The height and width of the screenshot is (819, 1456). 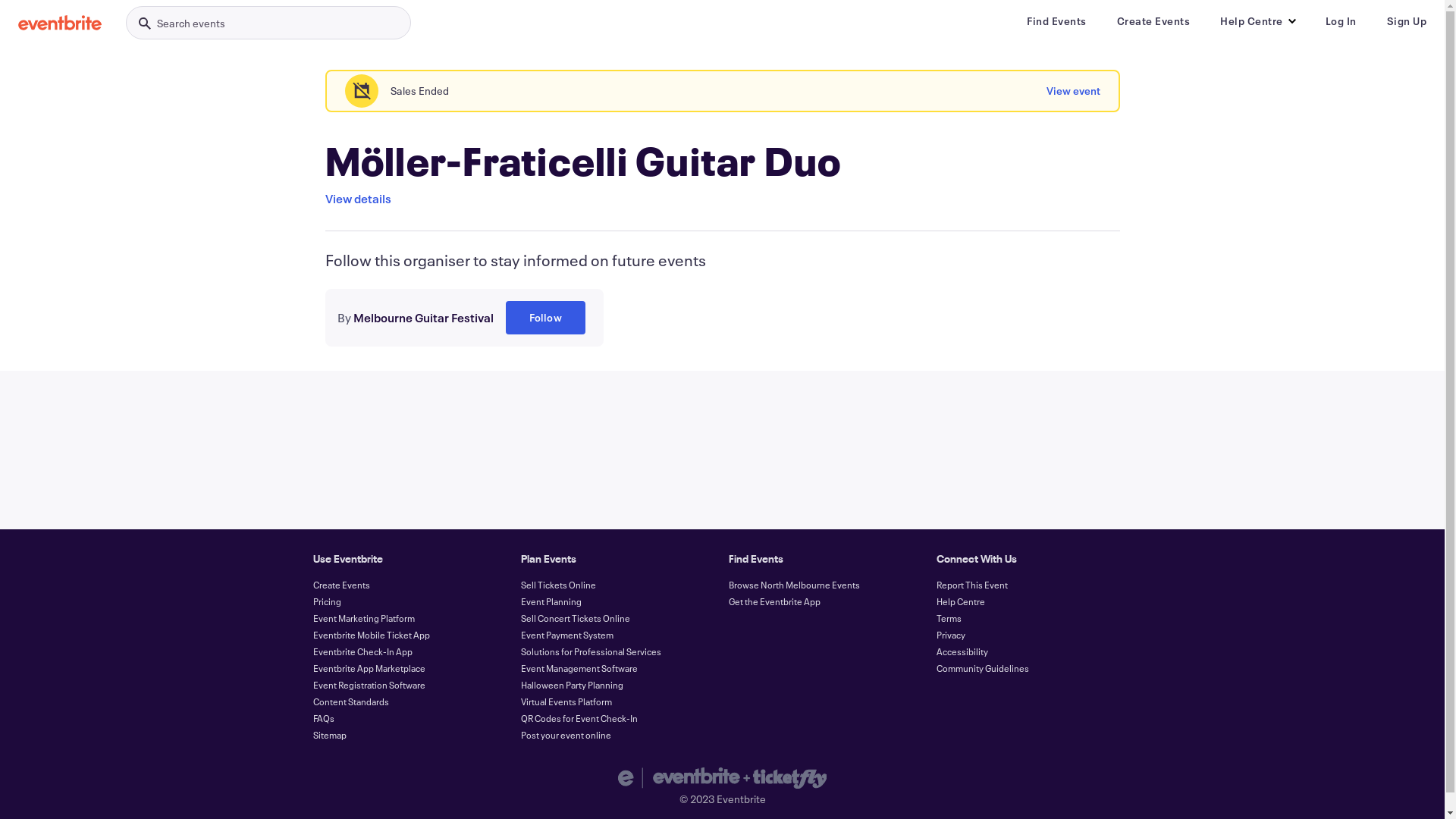 I want to click on 'Follow', so click(x=544, y=317).